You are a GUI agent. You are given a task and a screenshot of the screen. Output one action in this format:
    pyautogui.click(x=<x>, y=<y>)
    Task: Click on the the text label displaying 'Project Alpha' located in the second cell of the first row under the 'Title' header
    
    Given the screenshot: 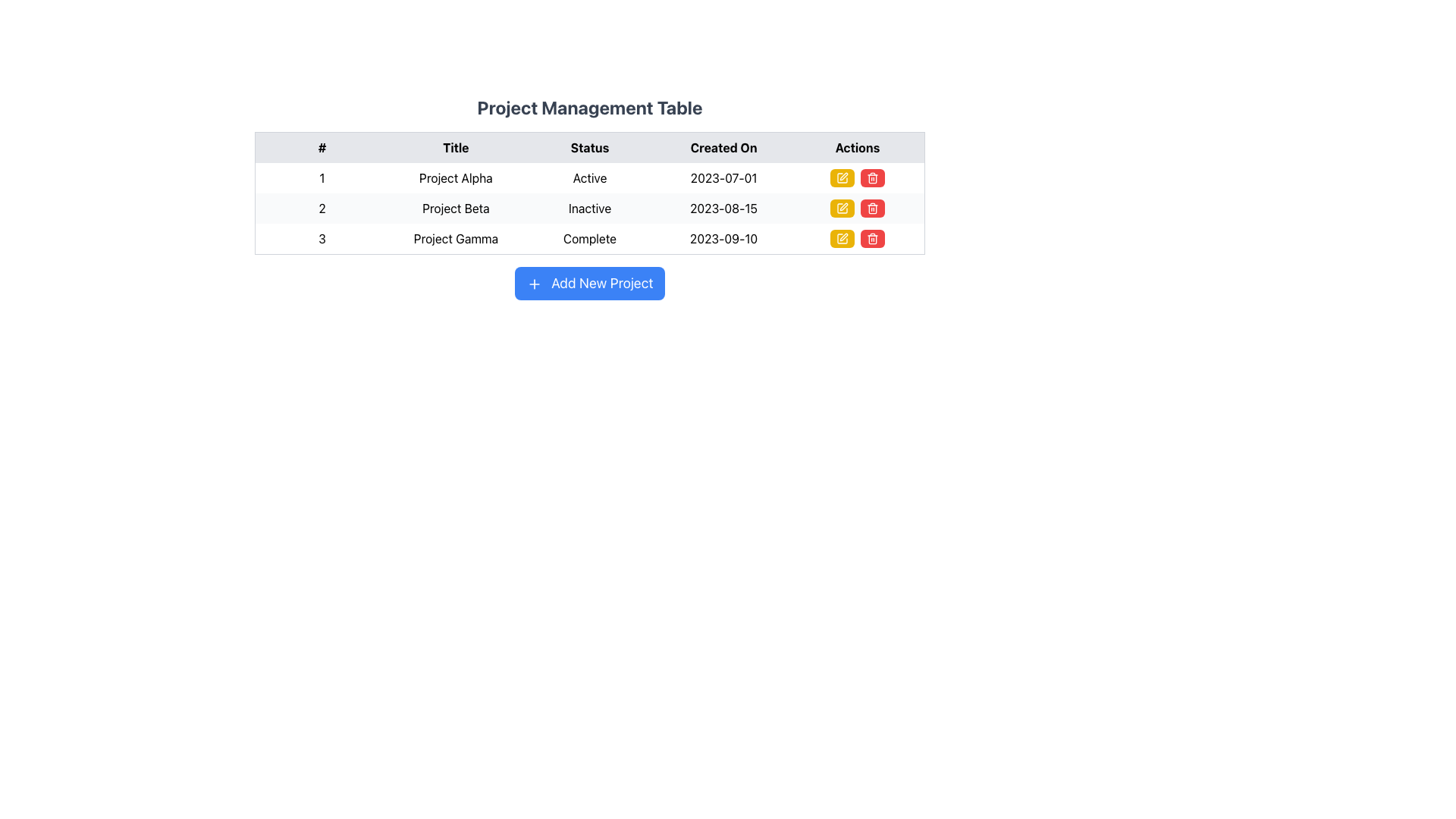 What is the action you would take?
    pyautogui.click(x=455, y=177)
    